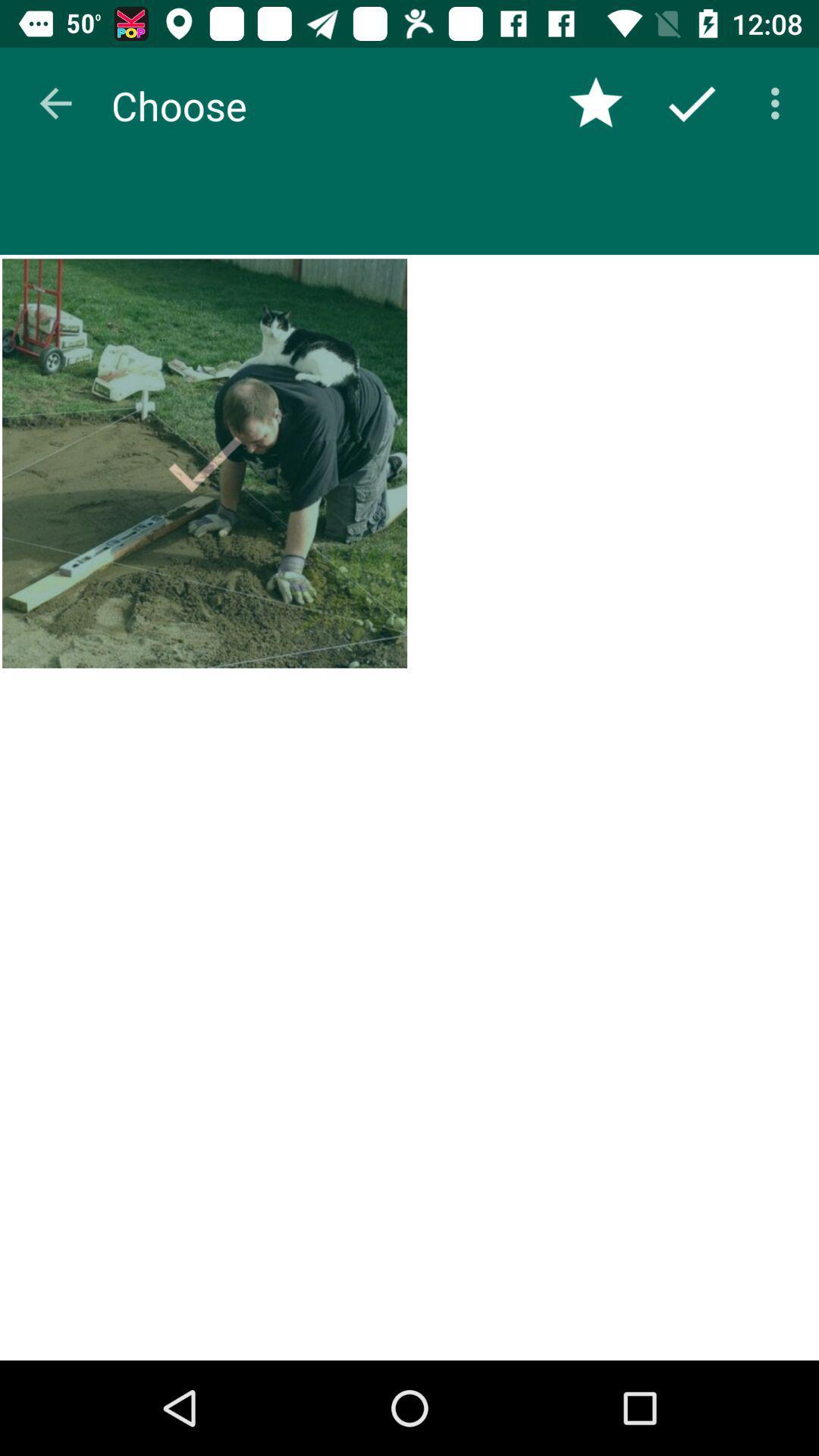 The height and width of the screenshot is (1456, 819). I want to click on item next to choose, so click(595, 102).